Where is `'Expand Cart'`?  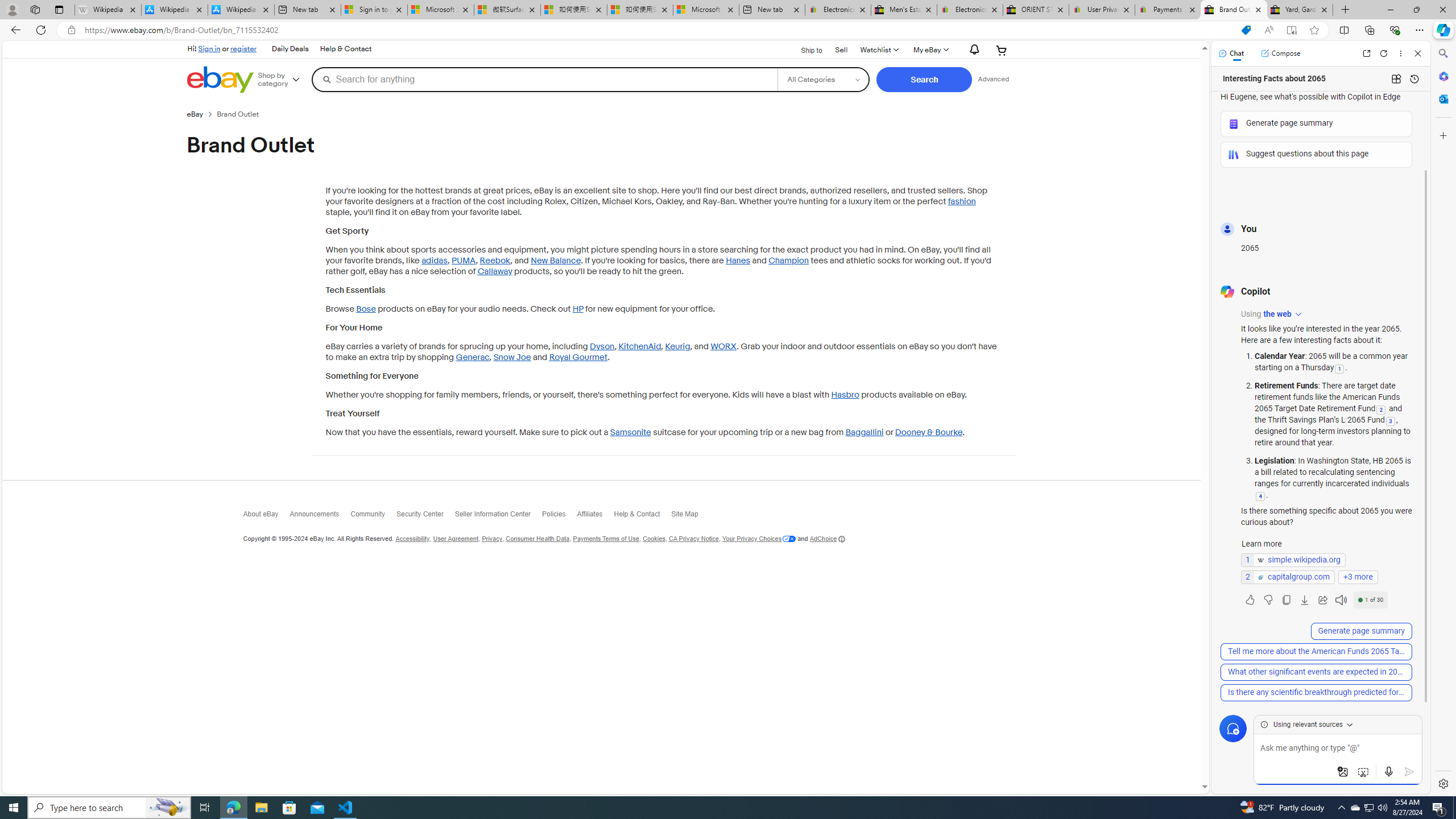
'Expand Cart' is located at coordinates (1002, 49).